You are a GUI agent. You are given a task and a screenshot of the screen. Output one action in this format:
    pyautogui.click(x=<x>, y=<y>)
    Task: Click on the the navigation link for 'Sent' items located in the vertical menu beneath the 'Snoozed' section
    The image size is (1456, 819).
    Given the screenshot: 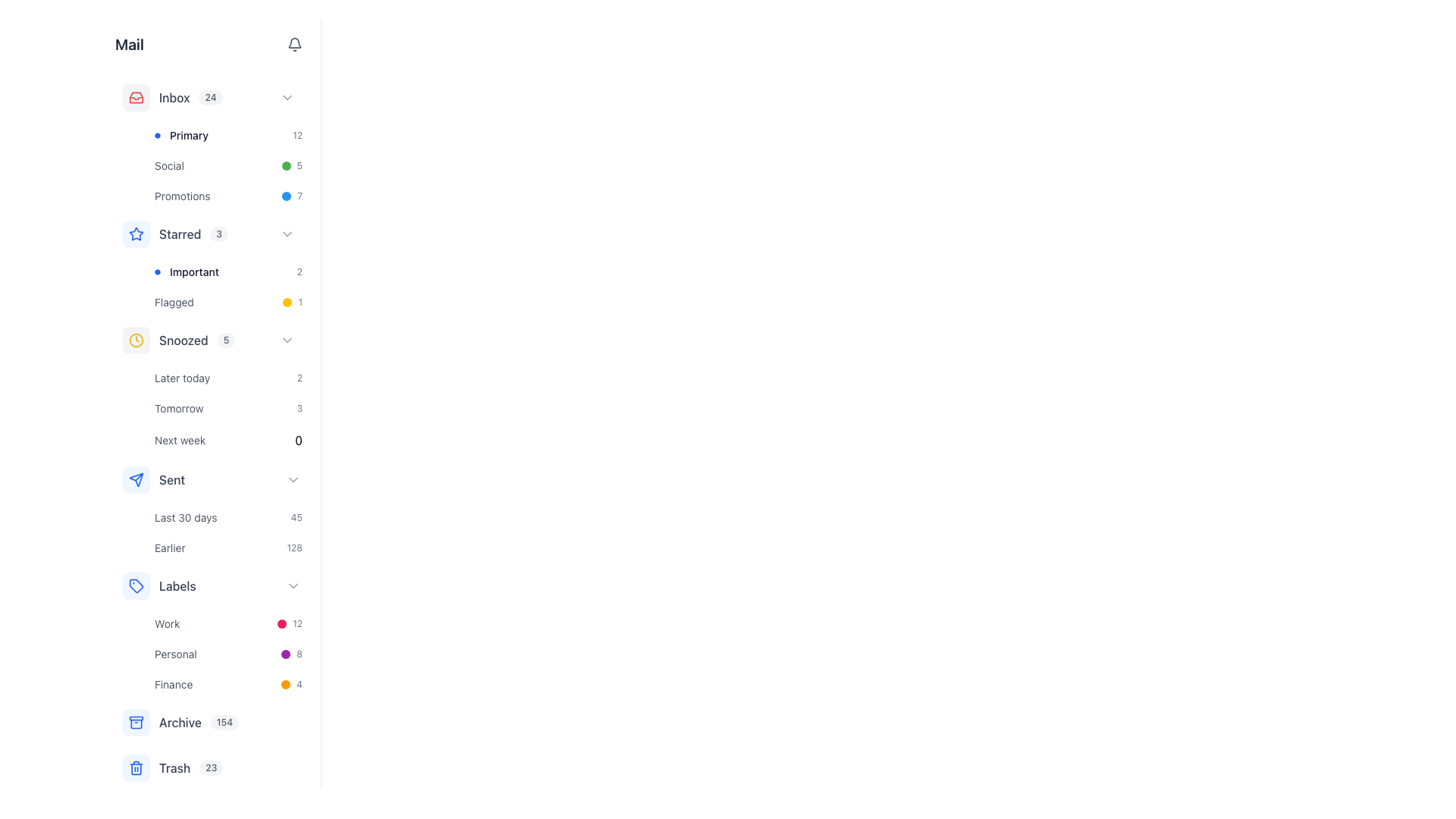 What is the action you would take?
    pyautogui.click(x=153, y=479)
    